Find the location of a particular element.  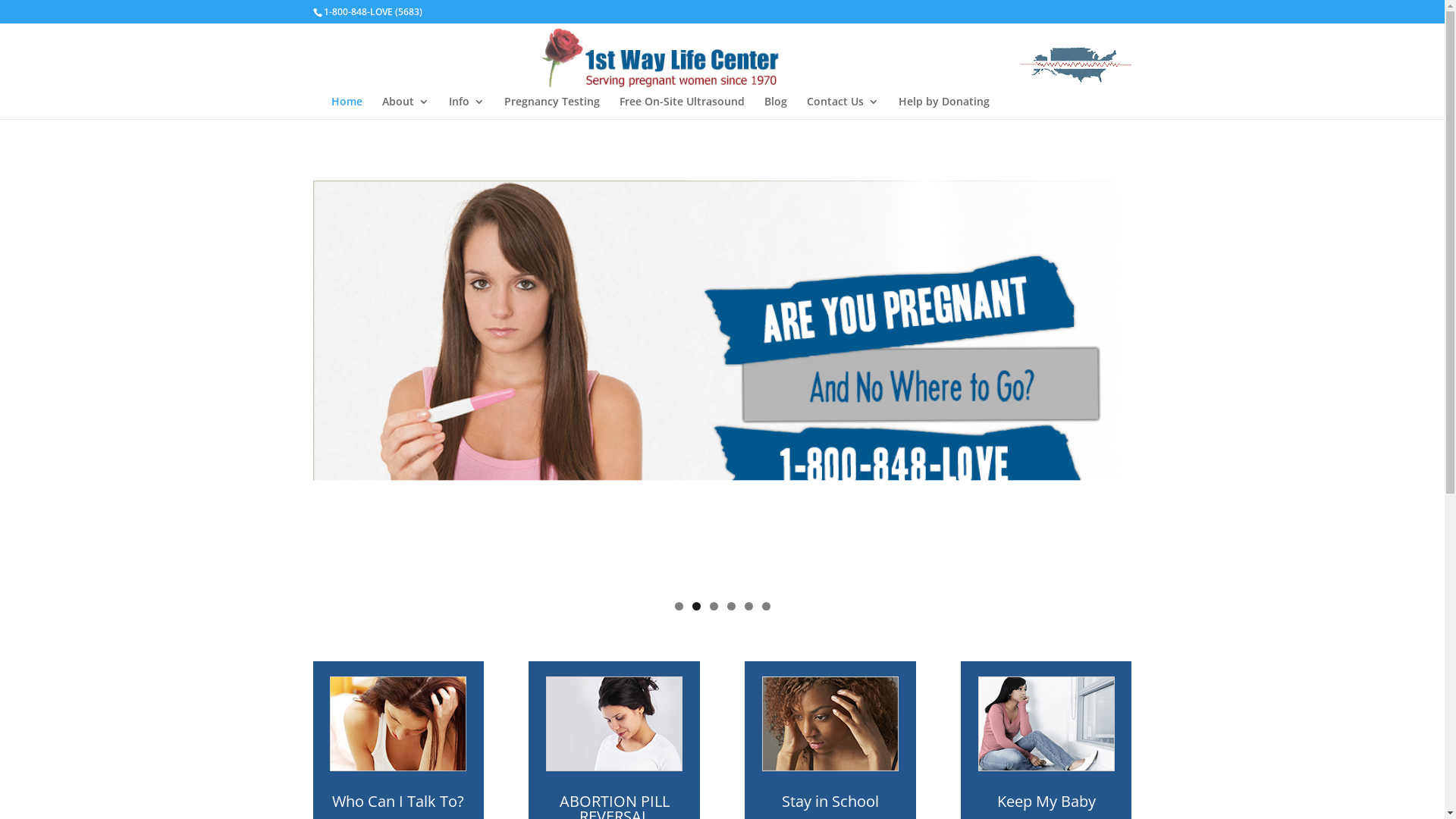

'1' is located at coordinates (678, 605).